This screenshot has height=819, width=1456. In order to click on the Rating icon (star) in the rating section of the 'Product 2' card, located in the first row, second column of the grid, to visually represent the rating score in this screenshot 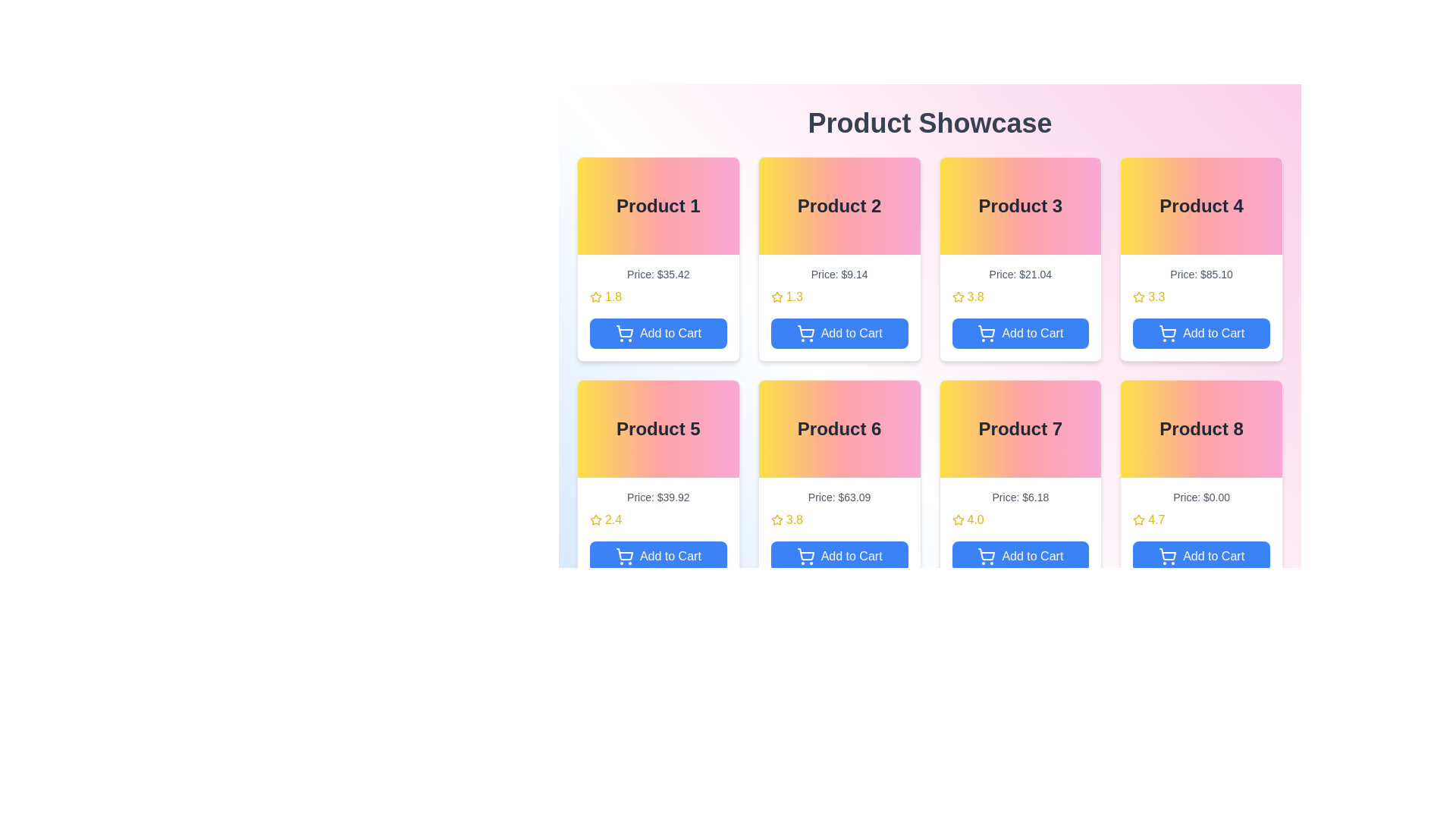, I will do `click(777, 297)`.